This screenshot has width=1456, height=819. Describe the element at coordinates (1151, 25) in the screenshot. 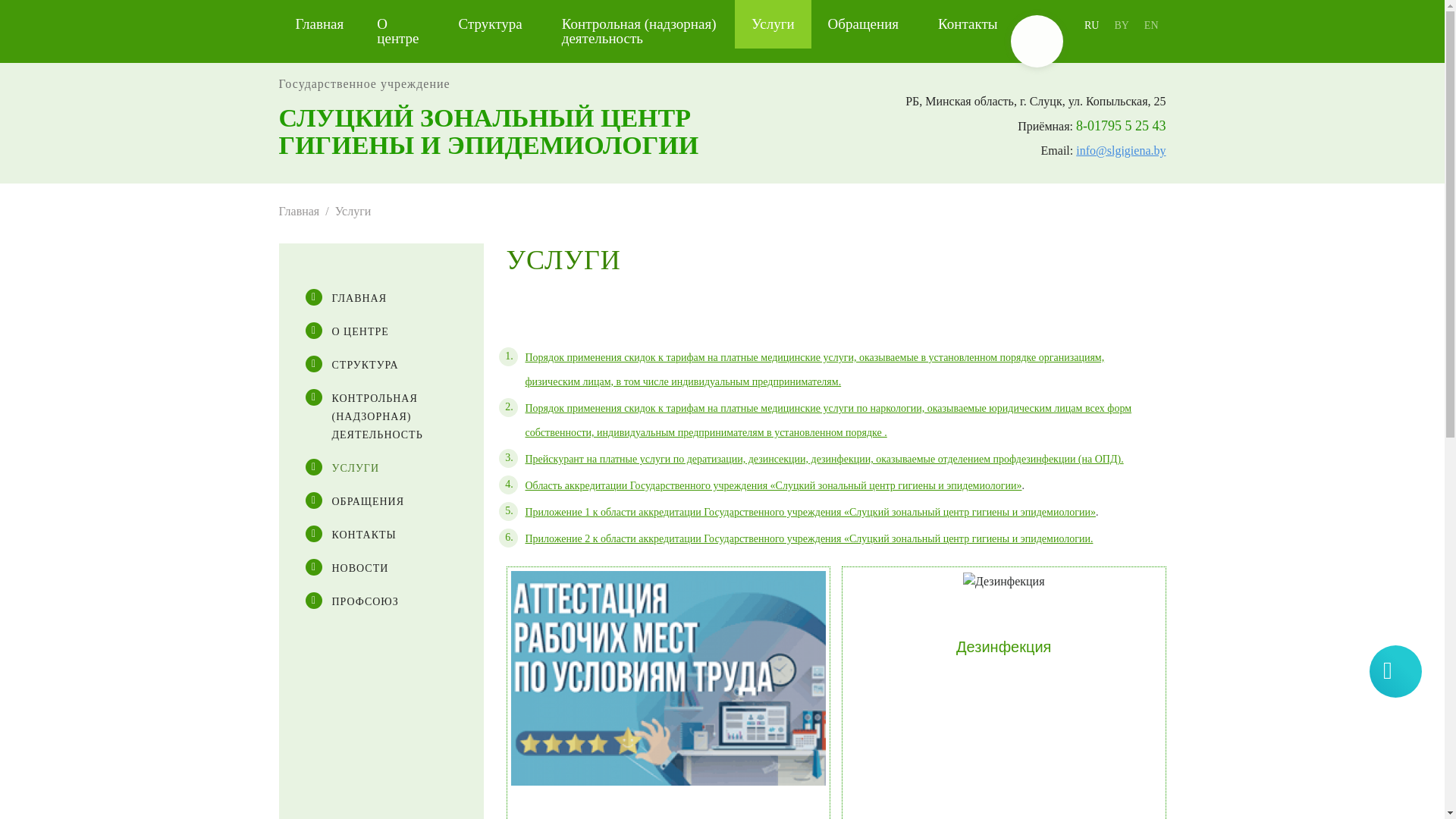

I see `'EN'` at that location.